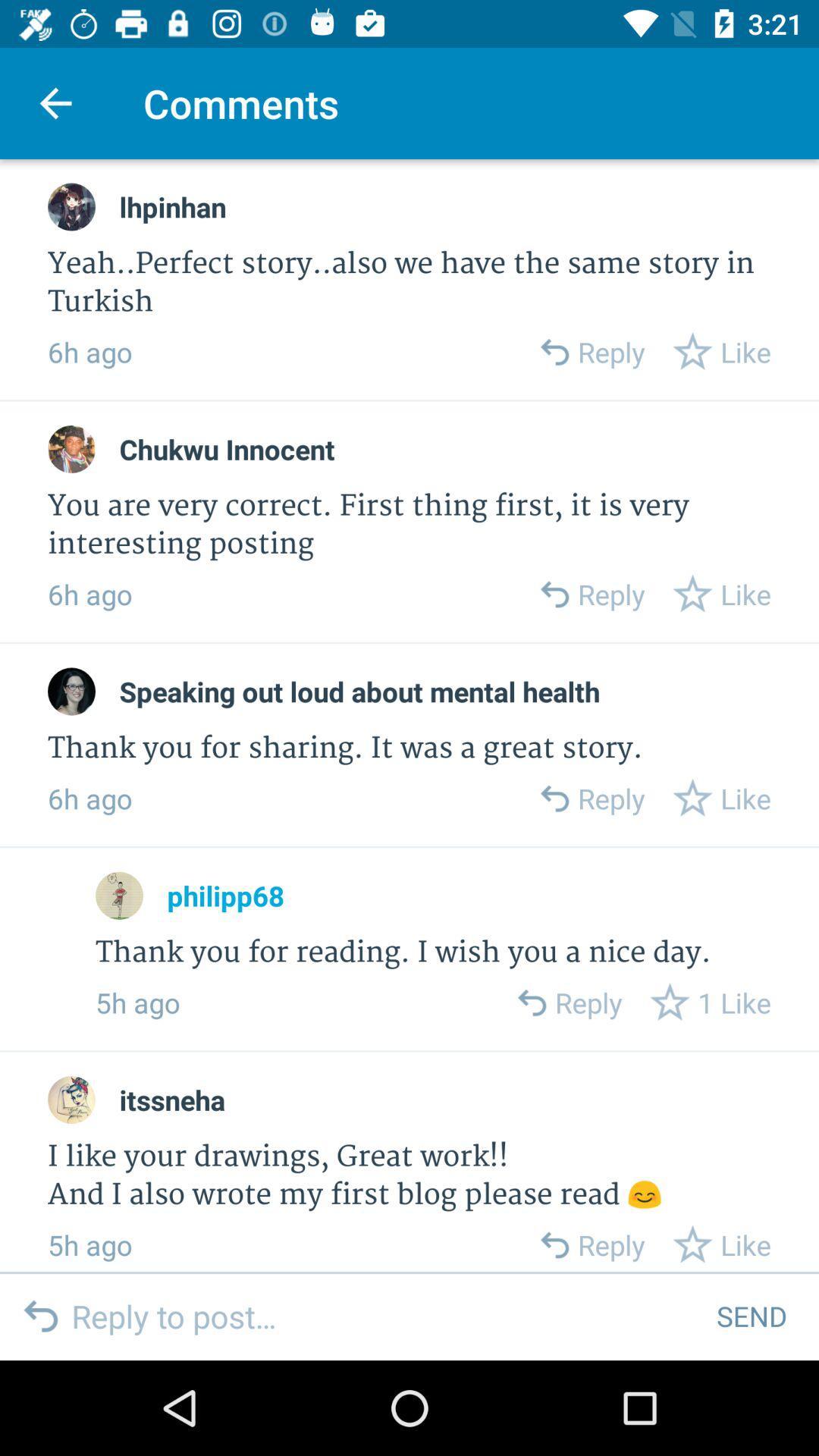  I want to click on item above the i like your icon, so click(171, 1100).